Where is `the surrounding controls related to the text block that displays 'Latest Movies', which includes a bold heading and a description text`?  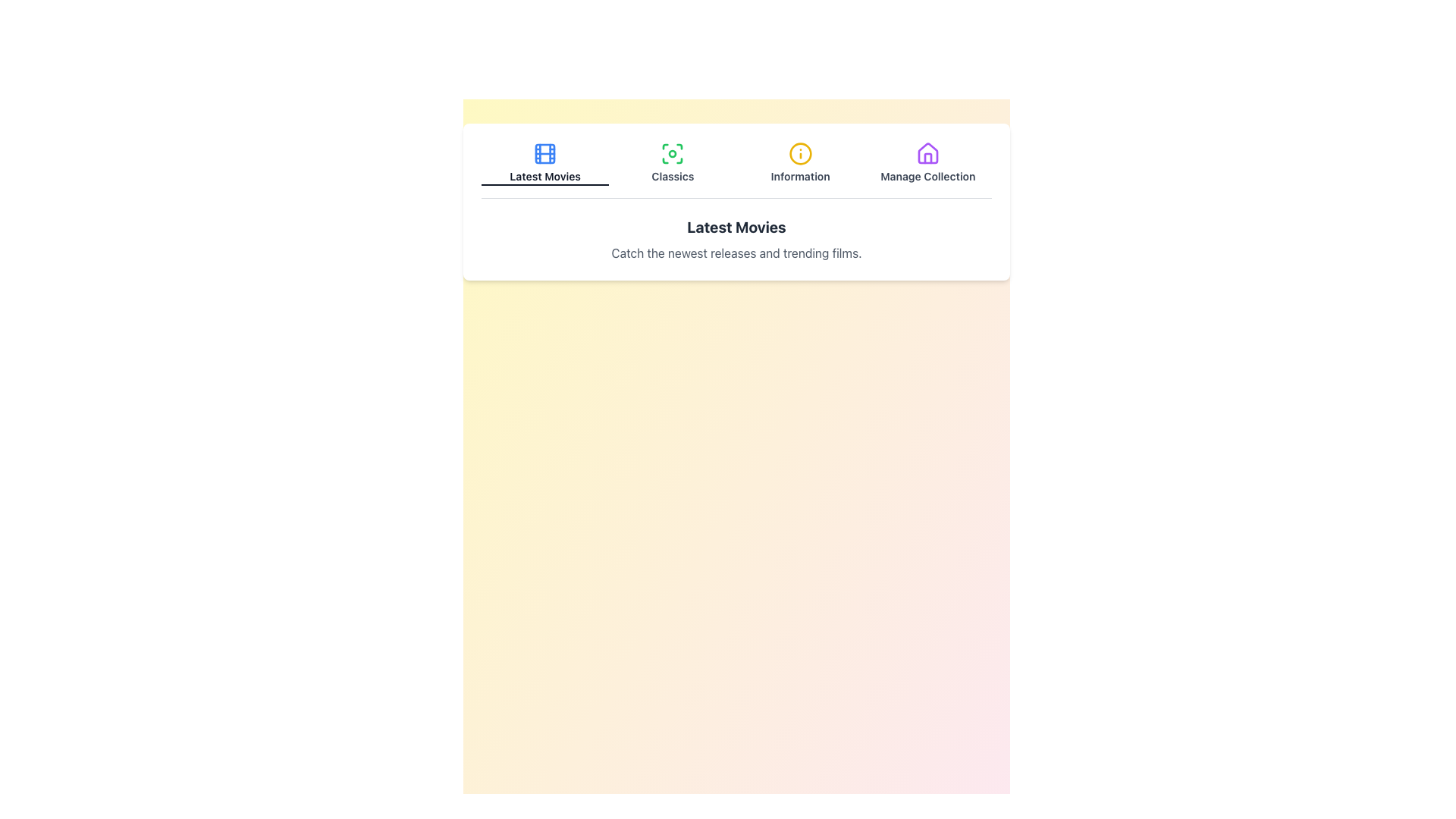
the surrounding controls related to the text block that displays 'Latest Movies', which includes a bold heading and a description text is located at coordinates (736, 239).